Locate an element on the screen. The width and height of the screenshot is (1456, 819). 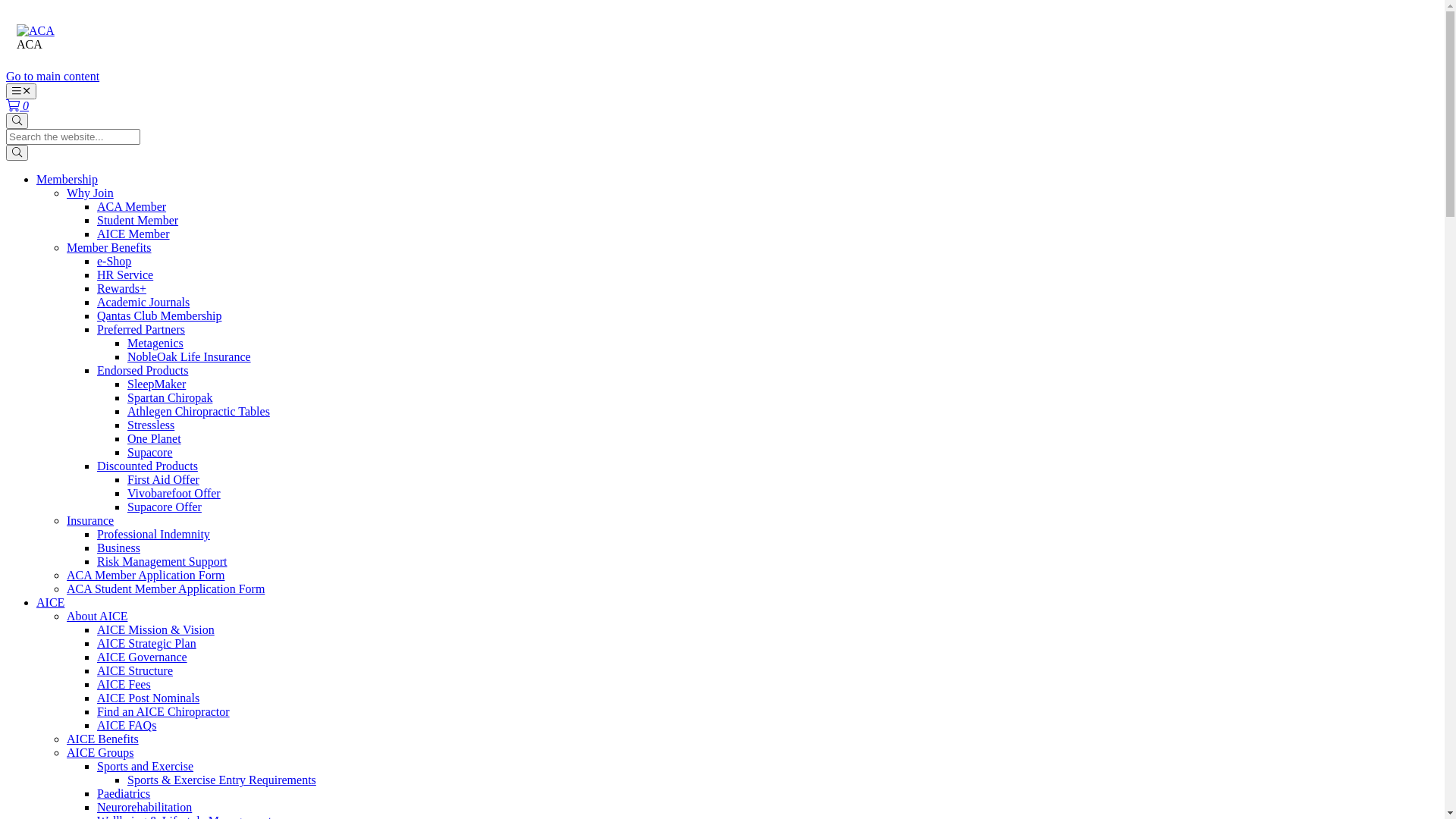
'AICE FAQs' is located at coordinates (127, 724).